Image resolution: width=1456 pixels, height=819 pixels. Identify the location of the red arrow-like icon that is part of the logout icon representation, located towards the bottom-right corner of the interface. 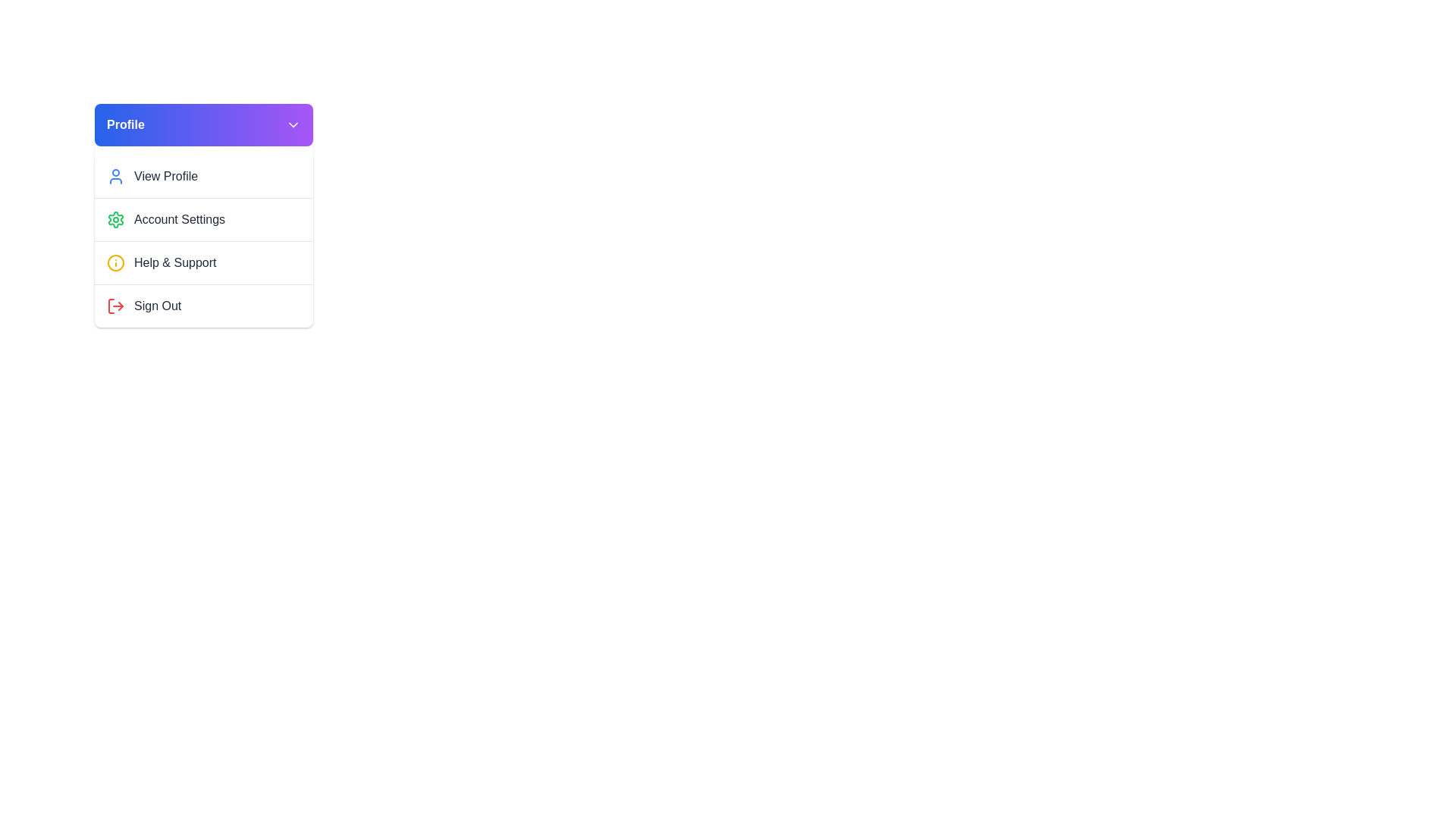
(120, 306).